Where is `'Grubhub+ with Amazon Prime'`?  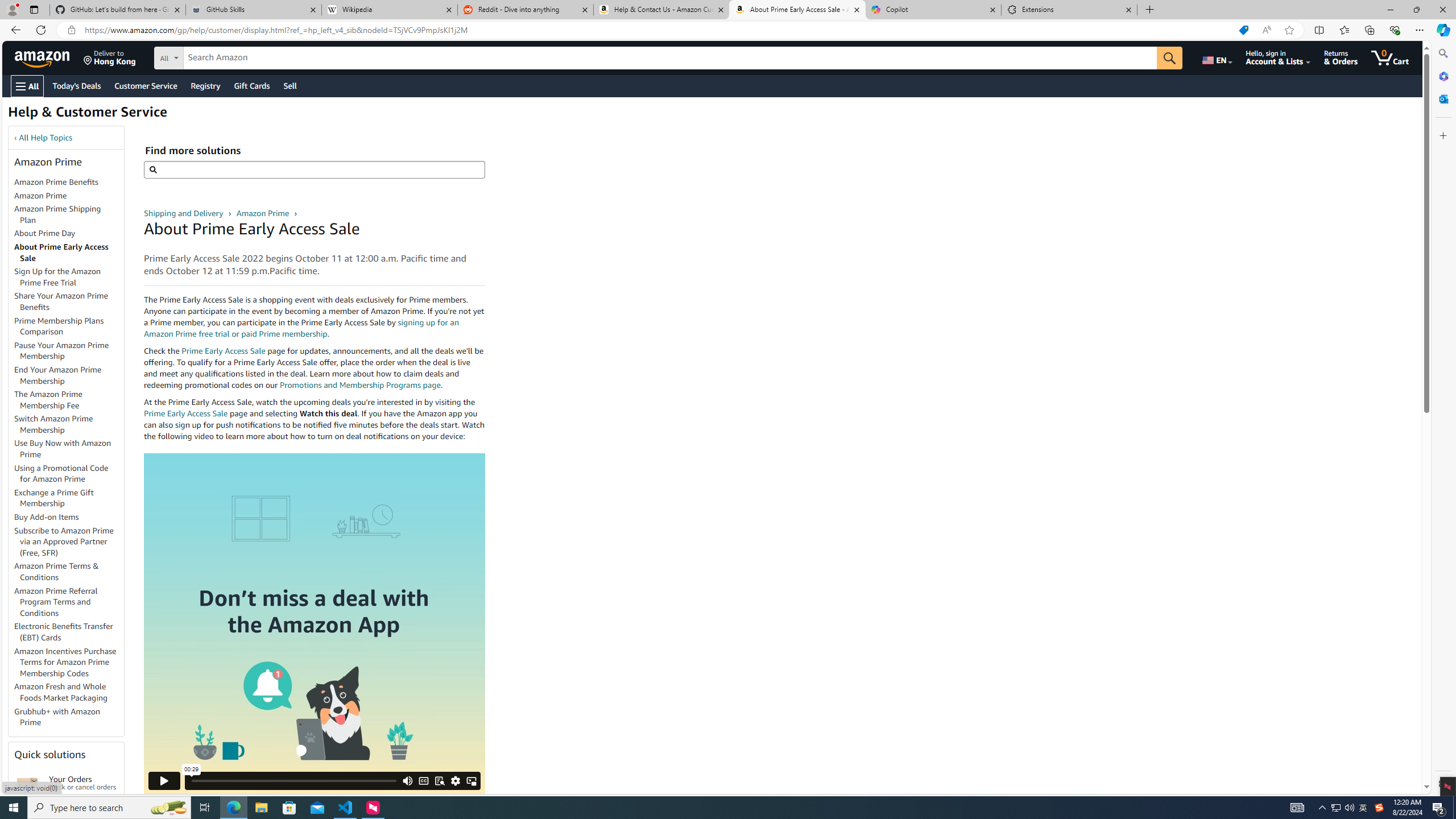
'Grubhub+ with Amazon Prime' is located at coordinates (57, 717).